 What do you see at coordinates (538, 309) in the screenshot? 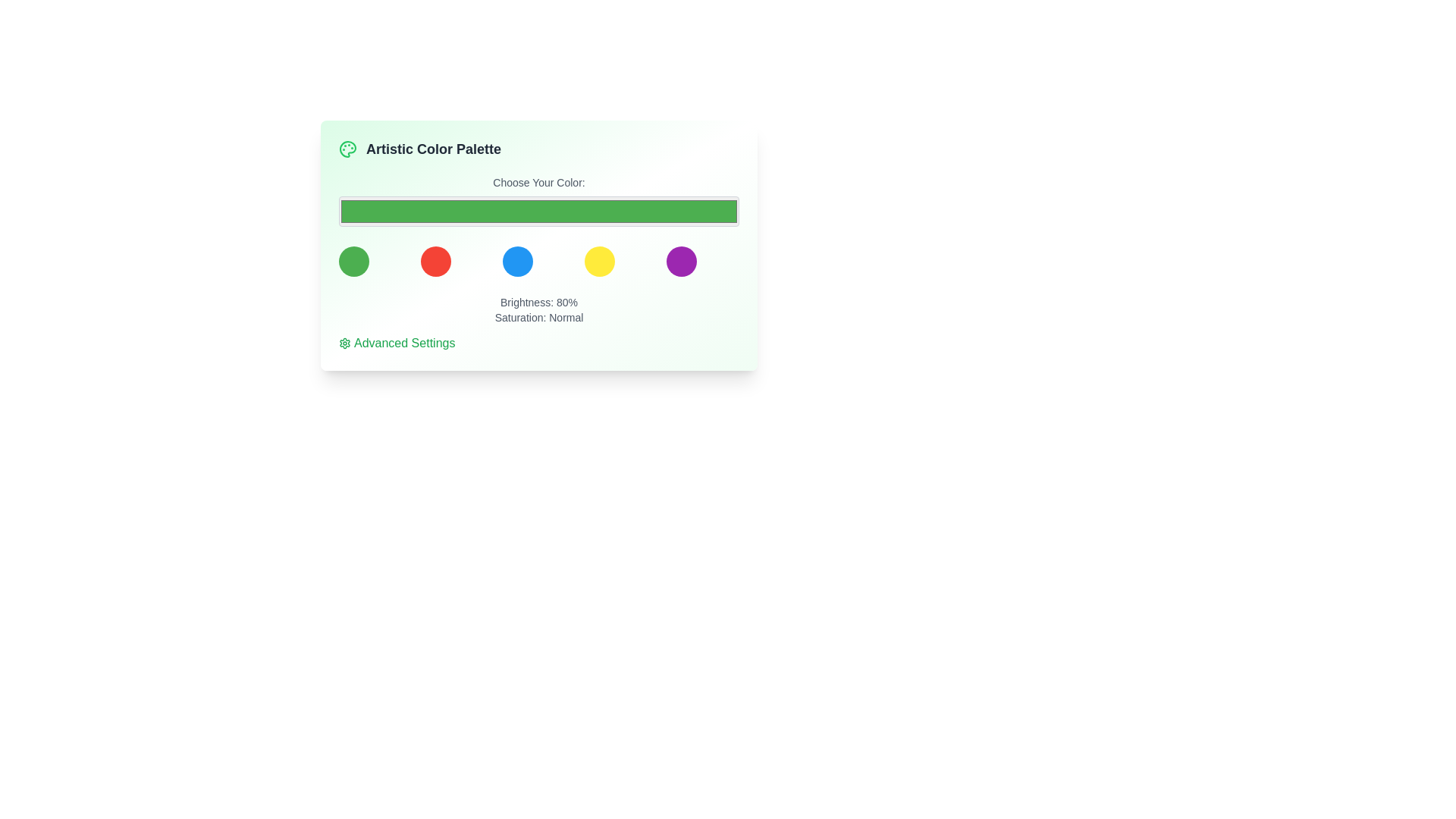
I see `the Text Display element that shows current settings or statuses related to brightness and saturation, positioned centrally below the circular color swatches and above the 'Advanced Settings' link` at bounding box center [538, 309].